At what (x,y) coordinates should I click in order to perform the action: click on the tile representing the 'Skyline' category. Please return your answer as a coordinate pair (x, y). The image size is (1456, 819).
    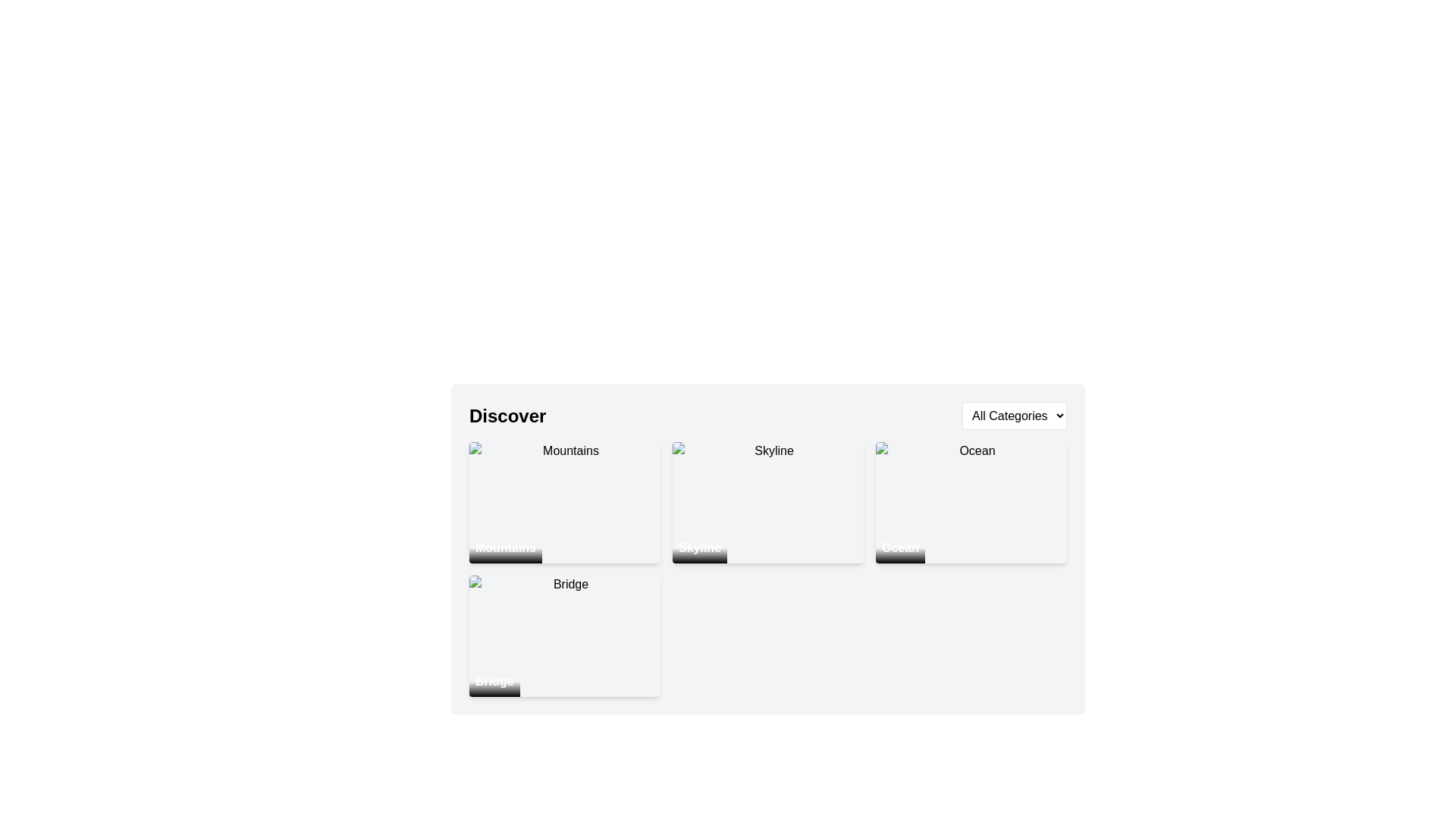
    Looking at the image, I should click on (767, 549).